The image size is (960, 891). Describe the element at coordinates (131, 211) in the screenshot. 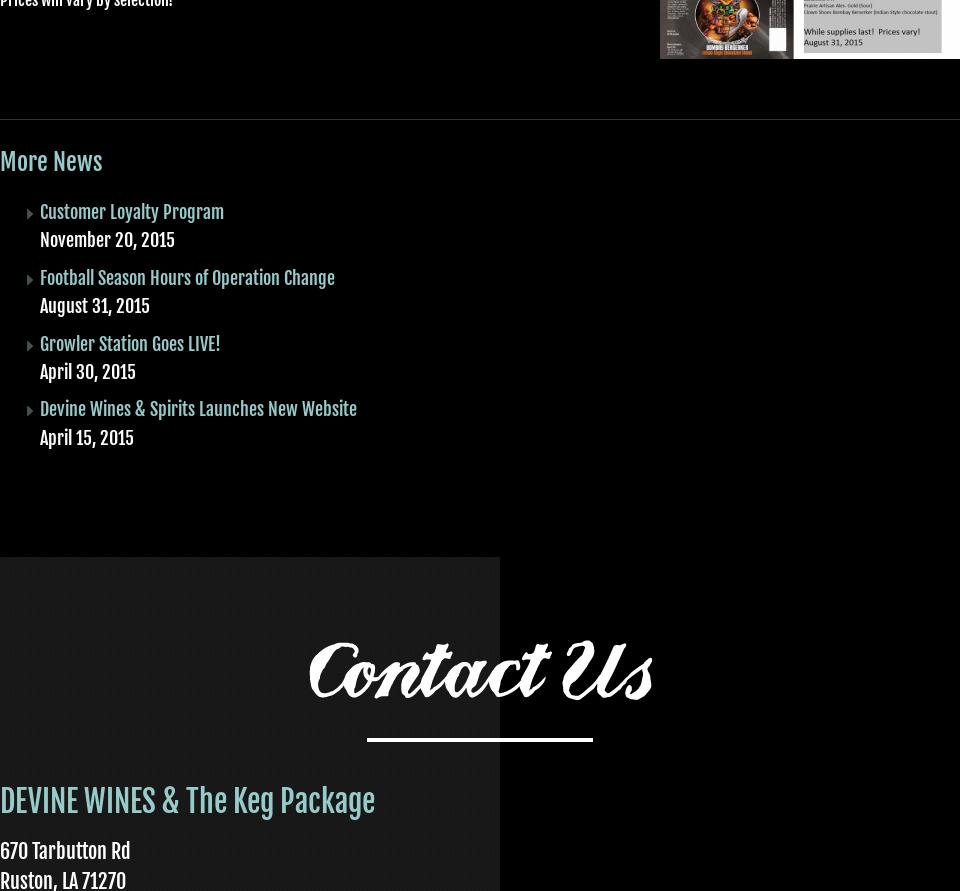

I see `'Customer Loyalty Program'` at that location.